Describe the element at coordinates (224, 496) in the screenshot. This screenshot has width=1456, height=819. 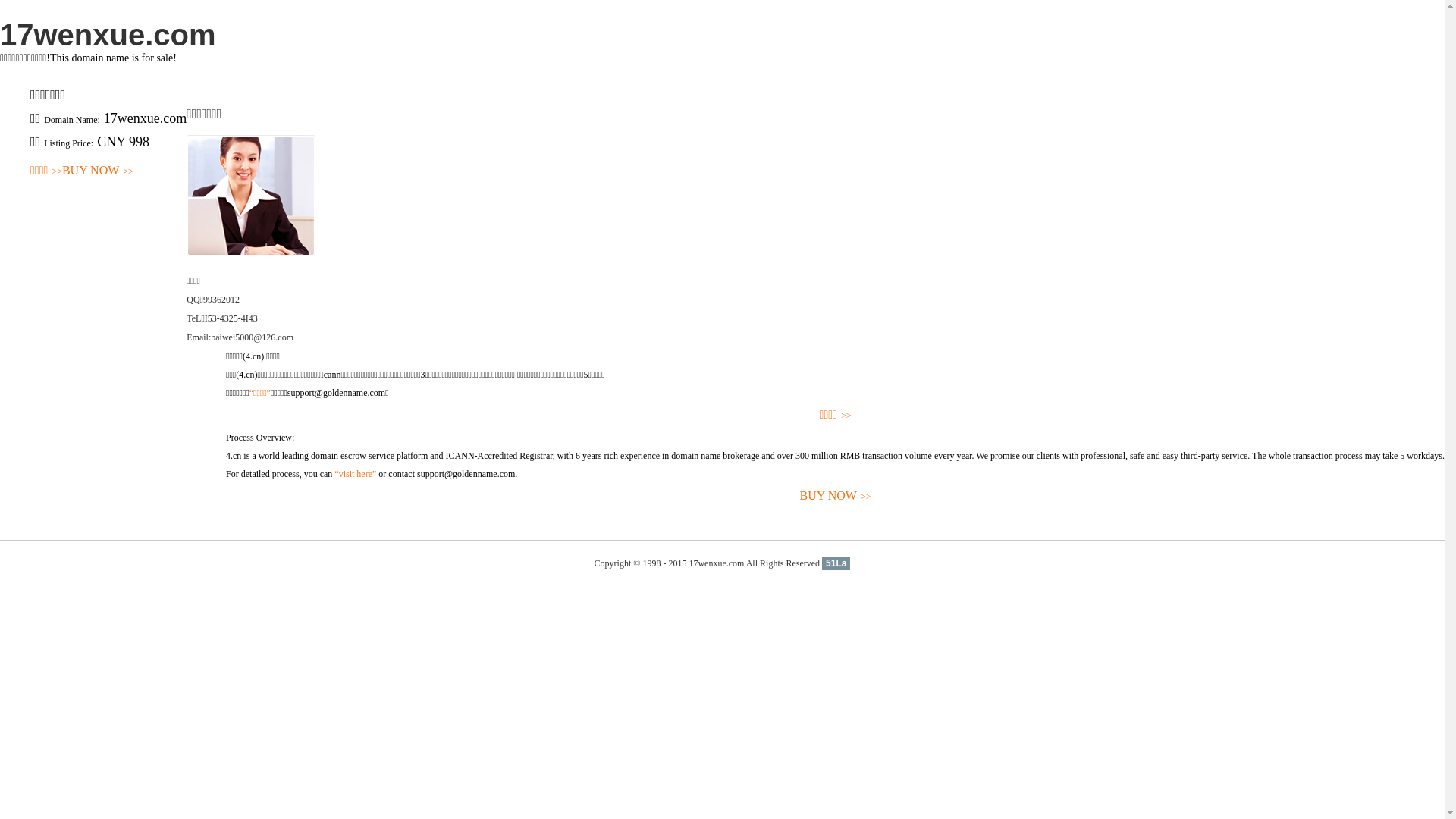
I see `'BUY NOW>>'` at that location.